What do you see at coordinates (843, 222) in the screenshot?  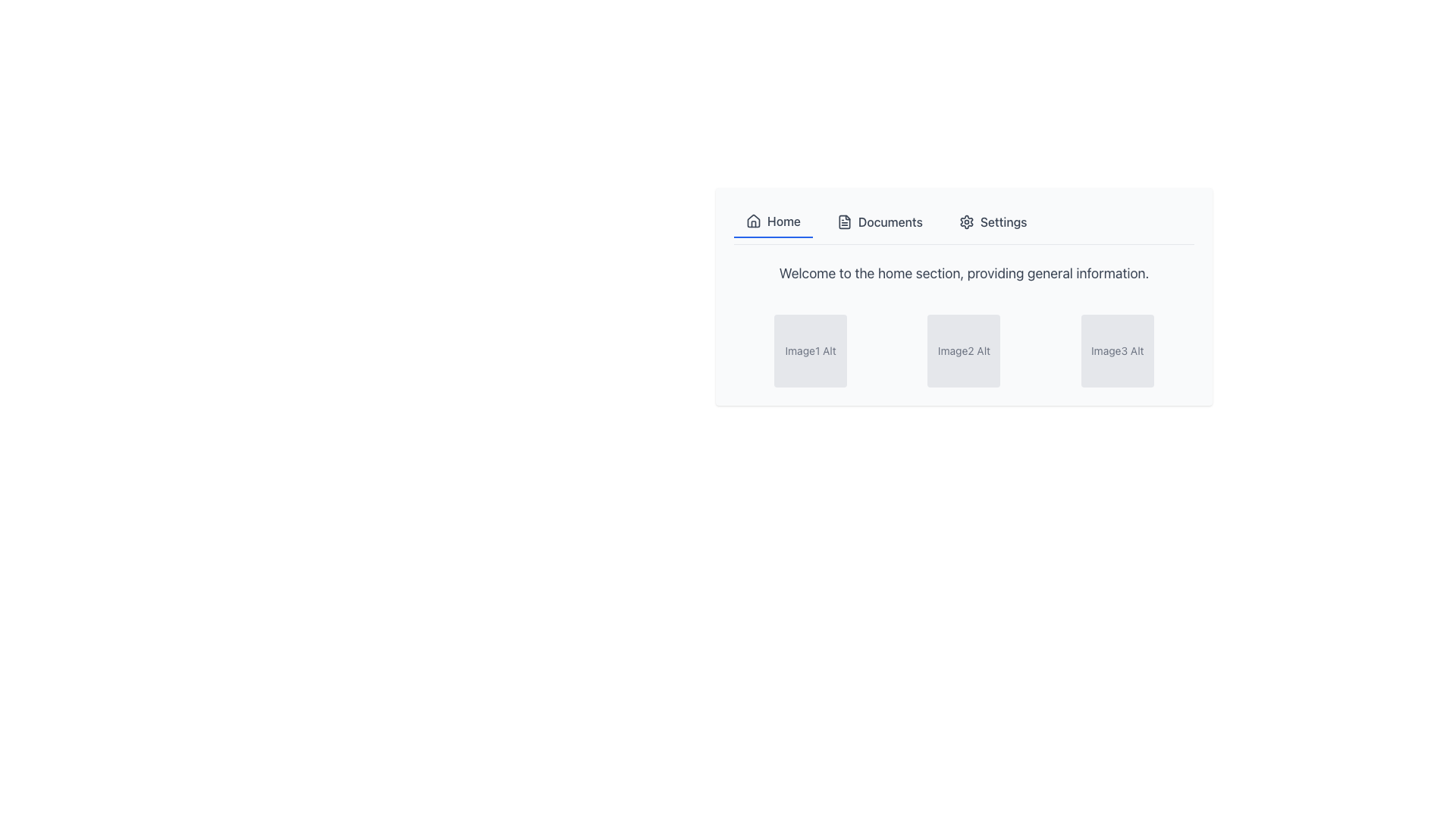 I see `the 'Documents' icon located on the navigation bar` at bounding box center [843, 222].